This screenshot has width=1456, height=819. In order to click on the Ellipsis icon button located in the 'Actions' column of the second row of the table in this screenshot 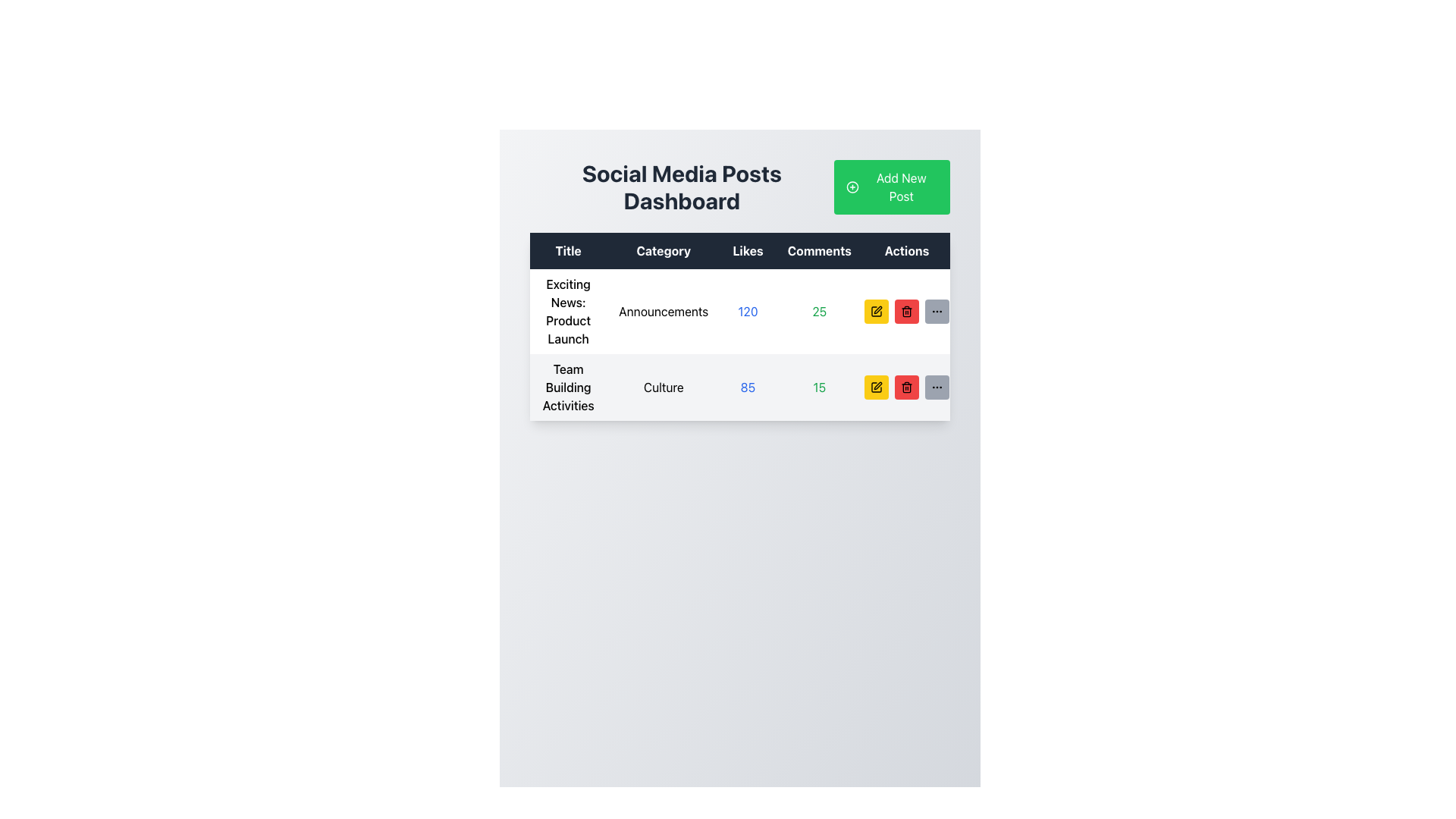, I will do `click(937, 311)`.